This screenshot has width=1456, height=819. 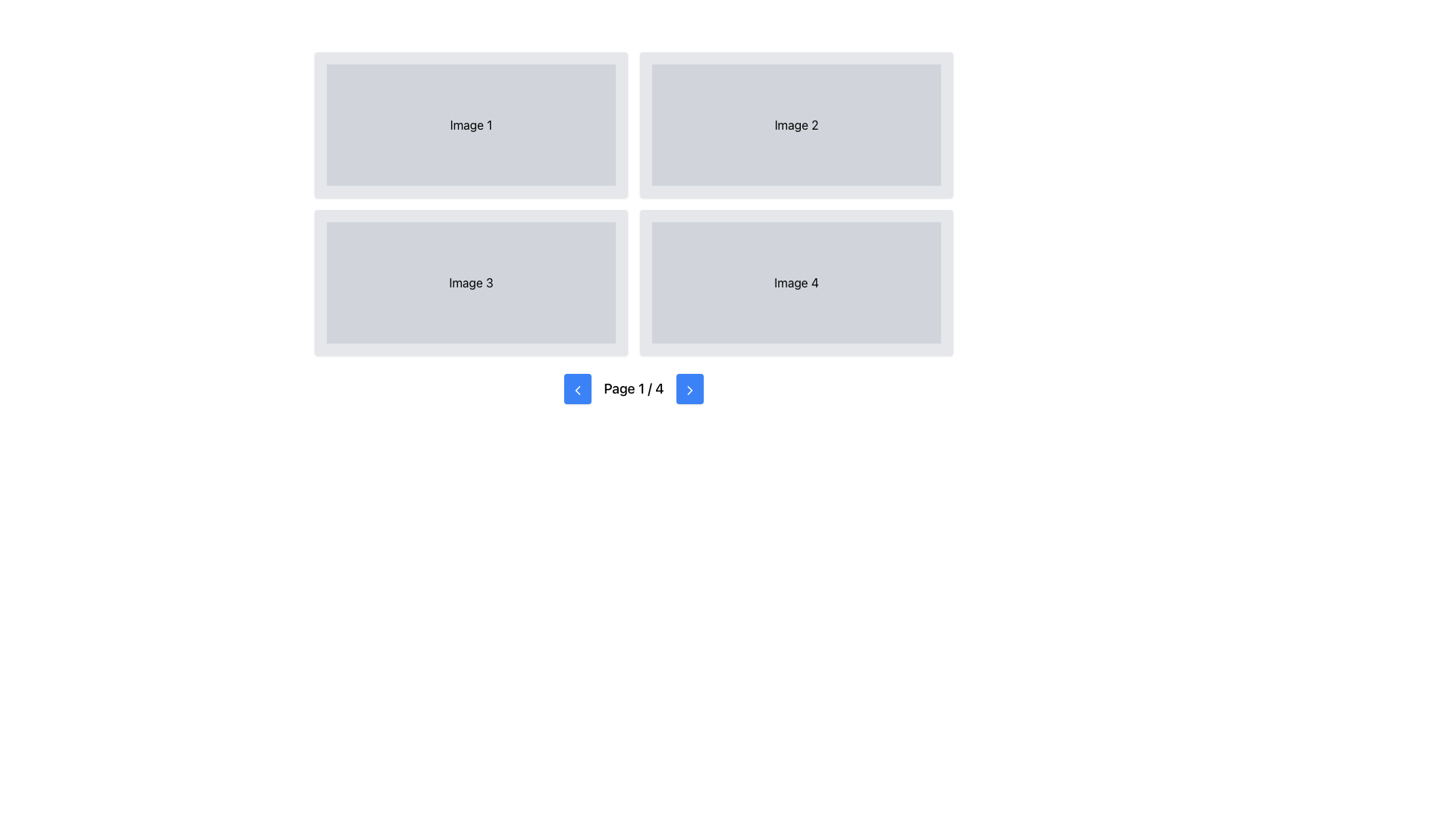 I want to click on the rectangular card with a light gray background and centered black text reading 'Image 4', located in the second row, second column of a grid layout, so click(x=795, y=283).